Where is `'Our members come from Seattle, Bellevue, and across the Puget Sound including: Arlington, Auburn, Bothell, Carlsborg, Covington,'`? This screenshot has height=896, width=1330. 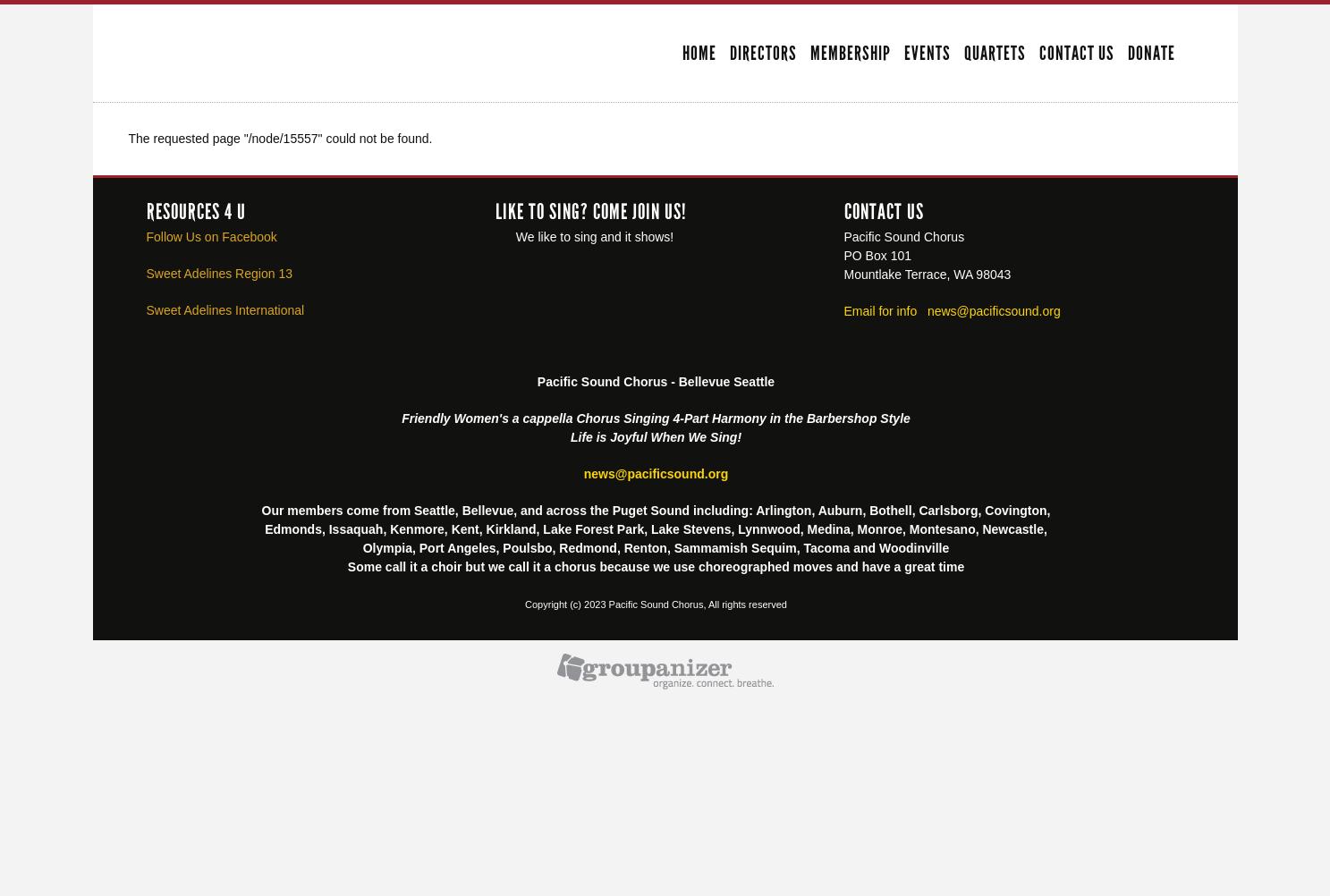
'Our members come from Seattle, Bellevue, and across the Puget Sound including: Arlington, Auburn, Bothell, Carlsborg, Covington,' is located at coordinates (261, 510).